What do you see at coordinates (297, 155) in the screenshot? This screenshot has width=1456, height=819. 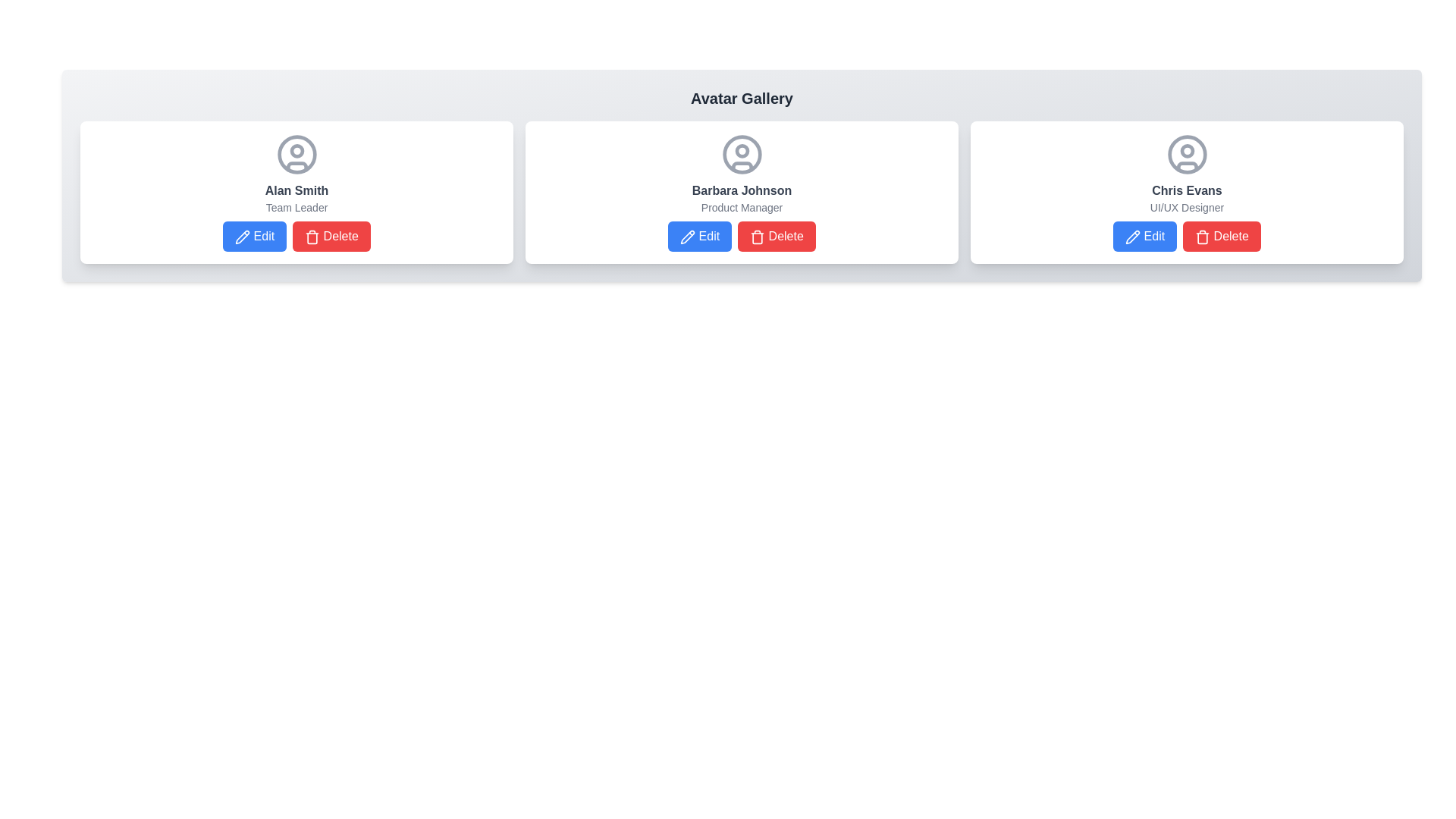 I see `the user avatar icon for 'Alan Smith', which is styled in gray and located at the top of the card in the 'Avatar Gallery' section` at bounding box center [297, 155].